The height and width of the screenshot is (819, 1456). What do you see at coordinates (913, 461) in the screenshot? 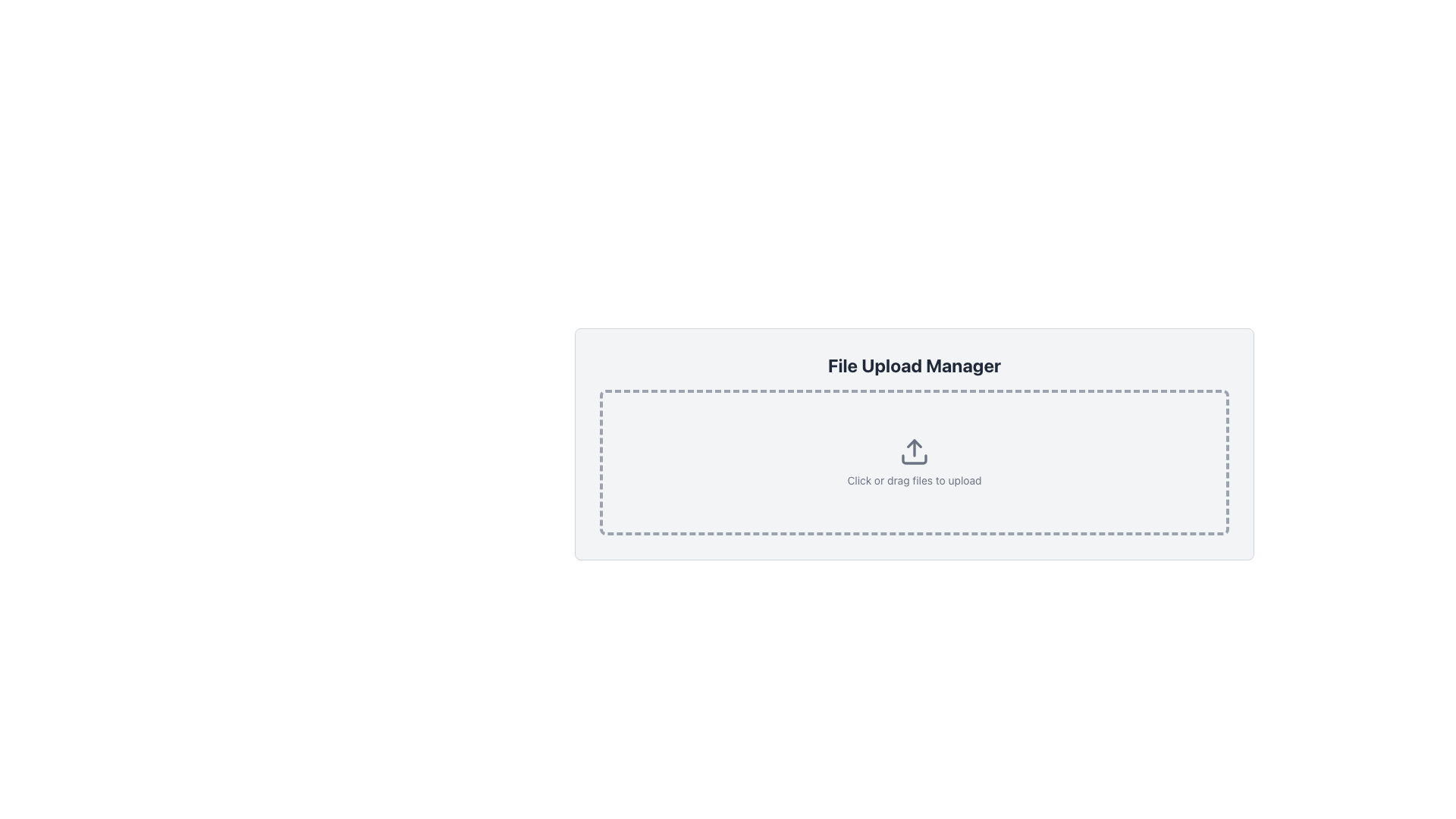
I see `the 'File Upload Manager' element, which is a combined UI component with an icon and a text label` at bounding box center [913, 461].